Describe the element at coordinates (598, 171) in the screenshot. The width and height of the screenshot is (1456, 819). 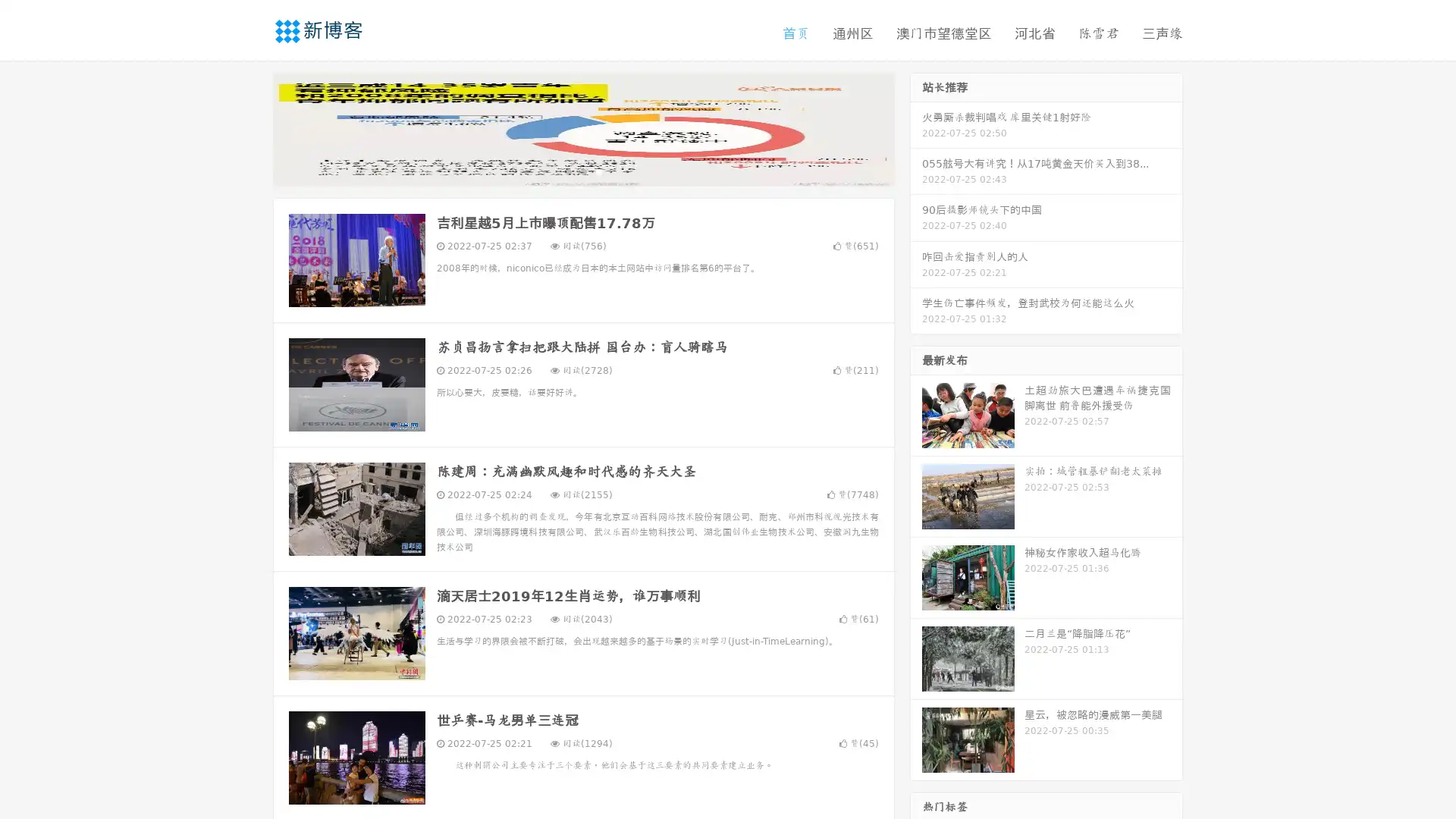
I see `Go to slide 3` at that location.